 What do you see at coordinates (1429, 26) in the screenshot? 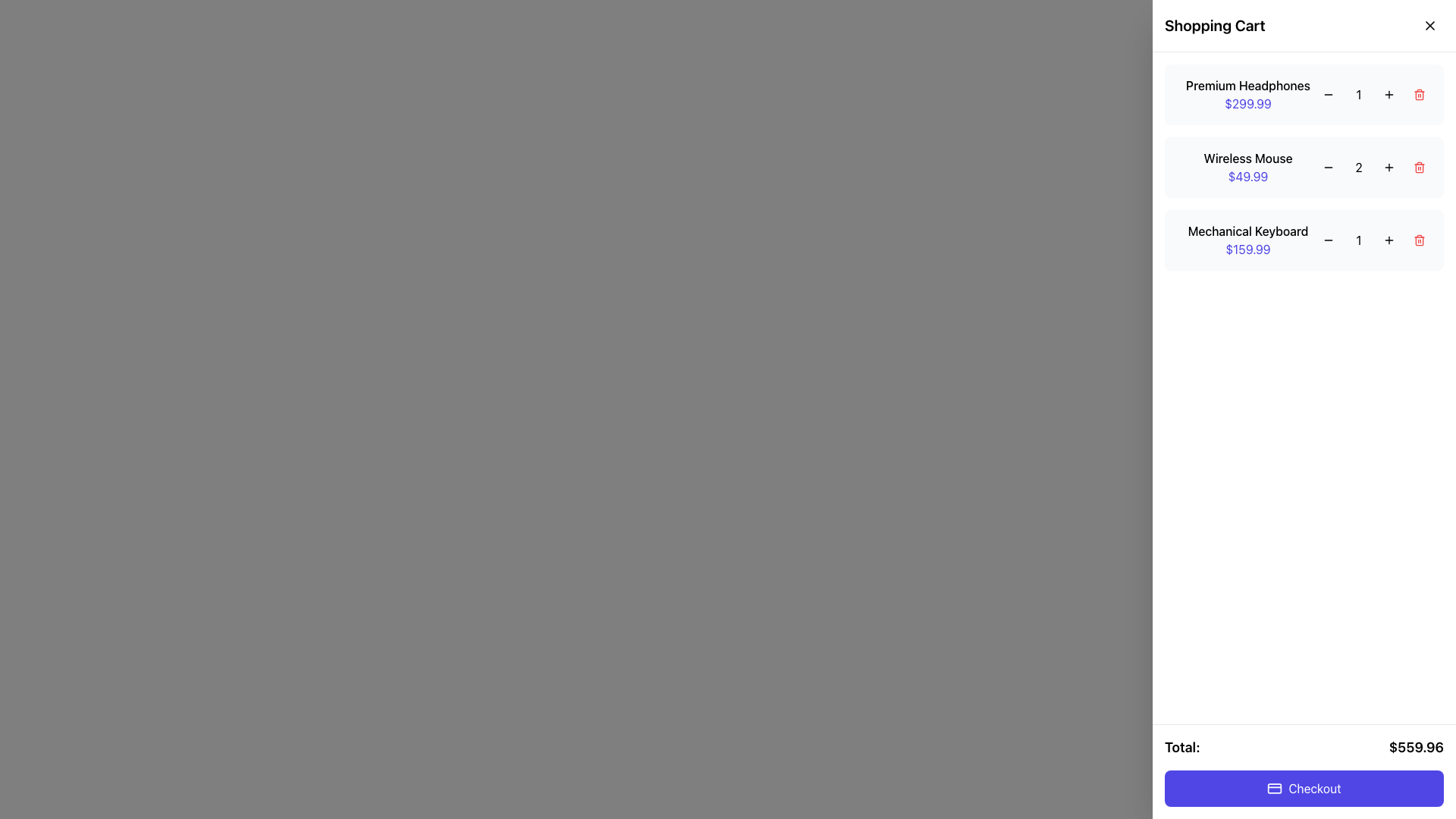
I see `the close button located at the top-right corner of the 'Shopping Cart' panel` at bounding box center [1429, 26].